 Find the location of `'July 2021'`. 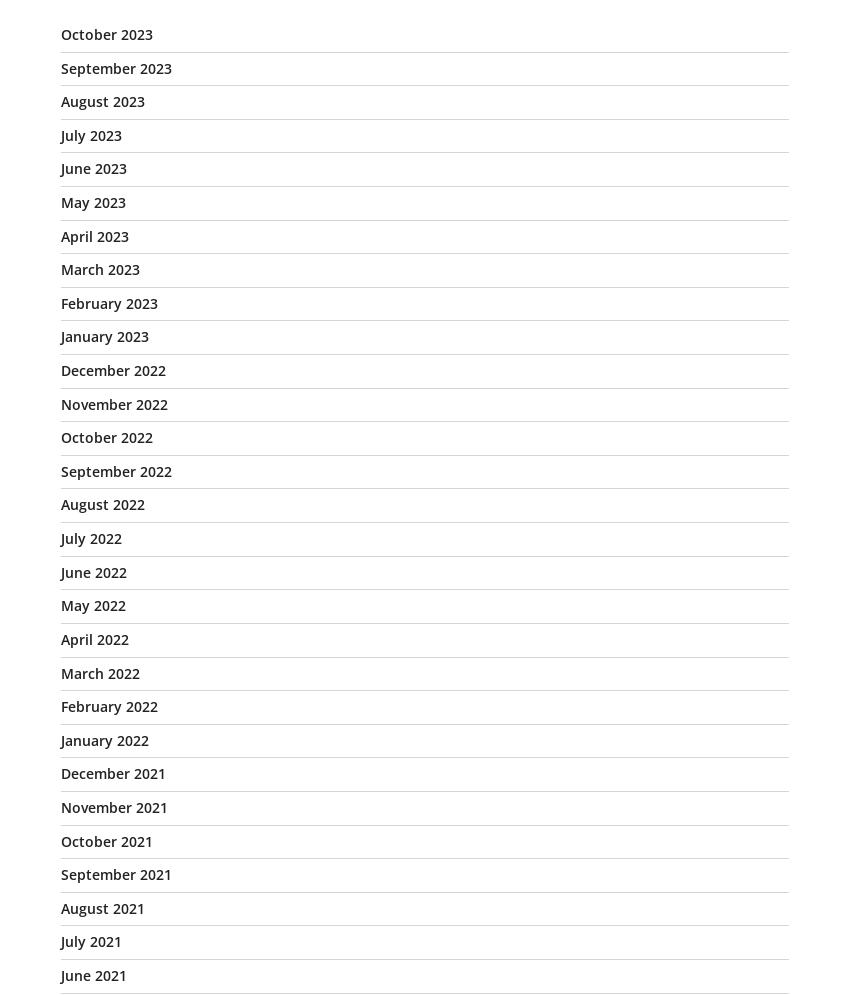

'July 2021' is located at coordinates (90, 941).